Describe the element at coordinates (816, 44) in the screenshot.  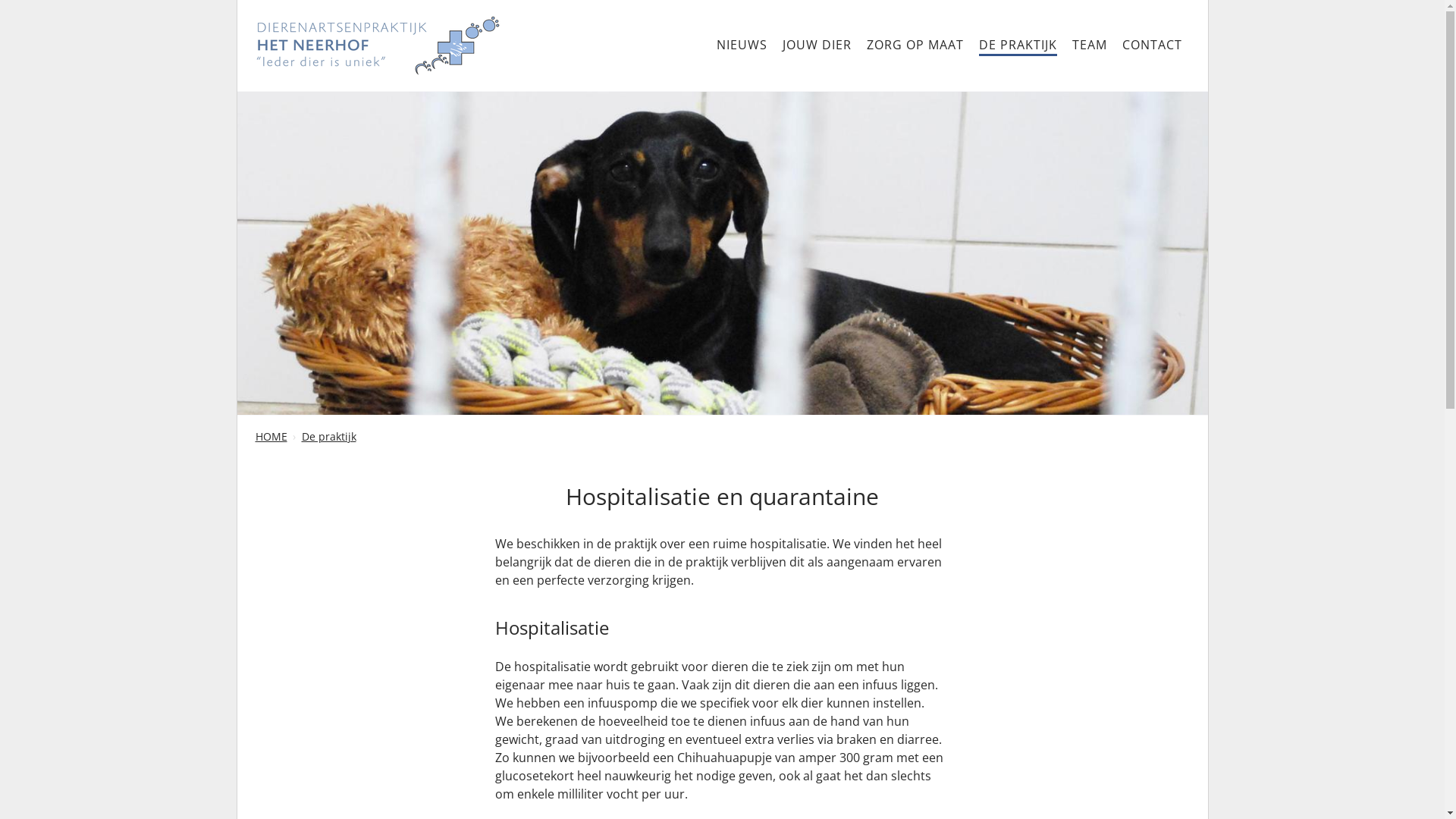
I see `'JOUW DIER'` at that location.